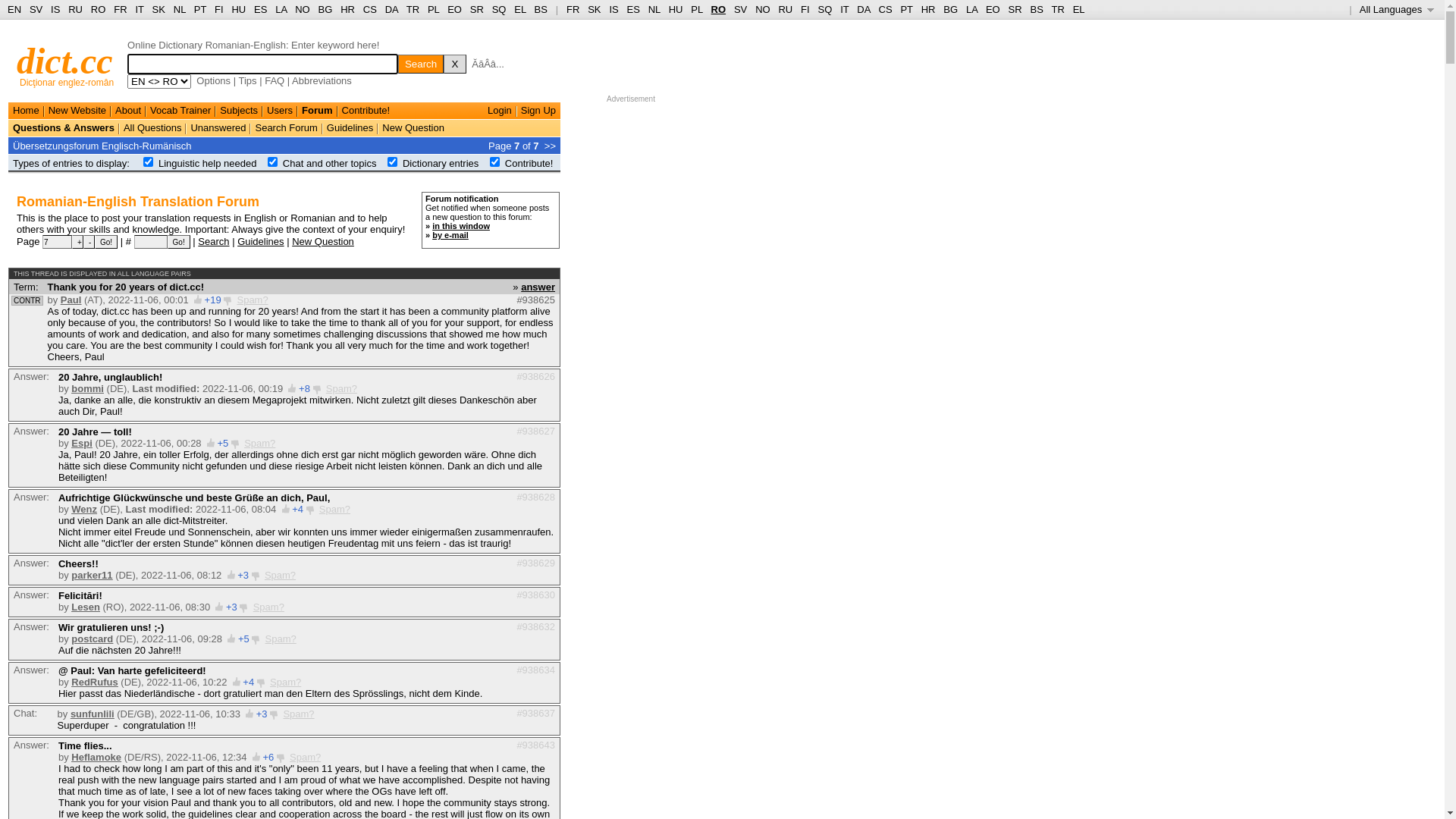 The height and width of the screenshot is (819, 1456). What do you see at coordinates (27, 300) in the screenshot?
I see `'CONTR'` at bounding box center [27, 300].